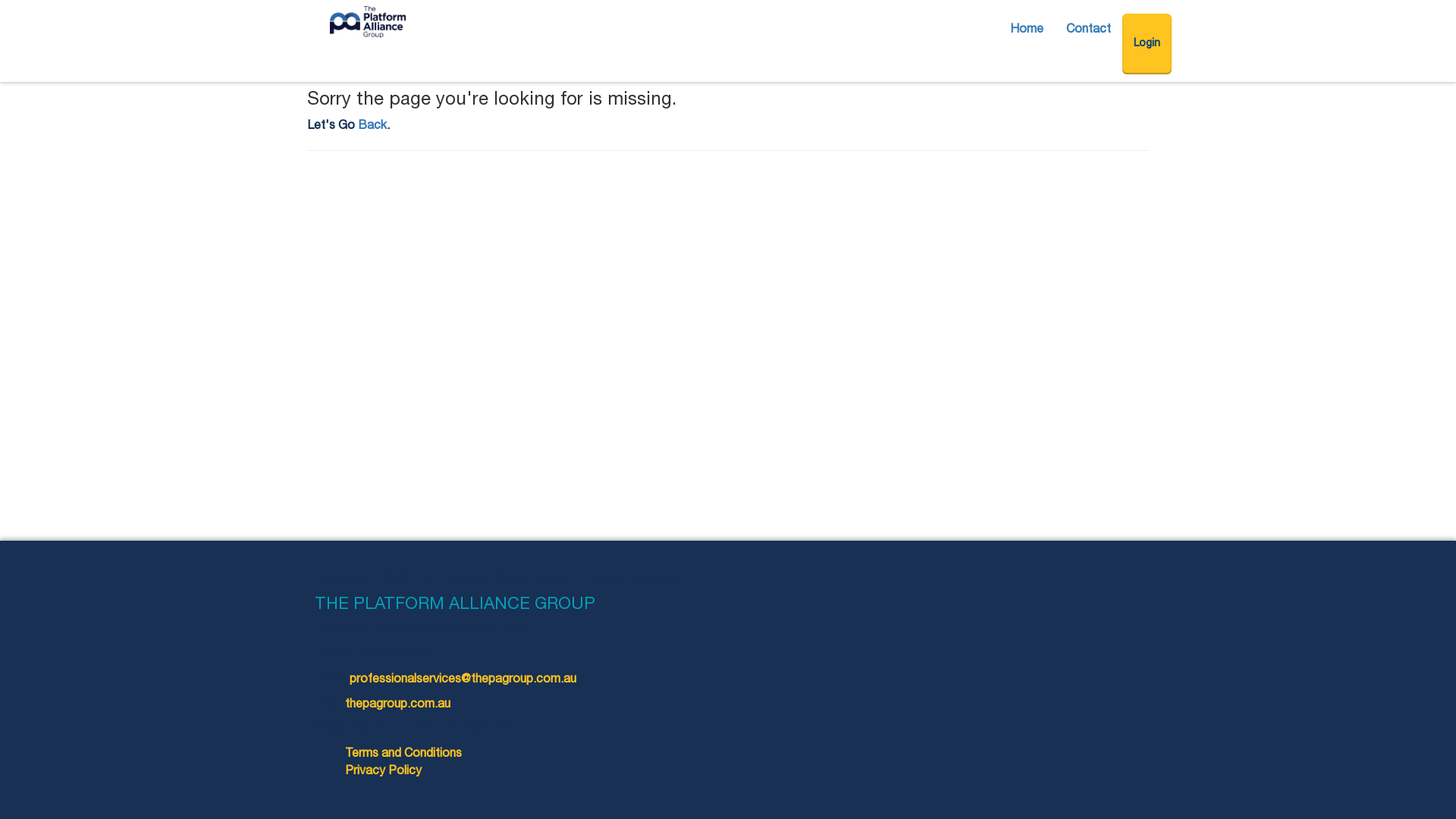 The height and width of the screenshot is (819, 1456). Describe the element at coordinates (1087, 30) in the screenshot. I see `'Contact'` at that location.